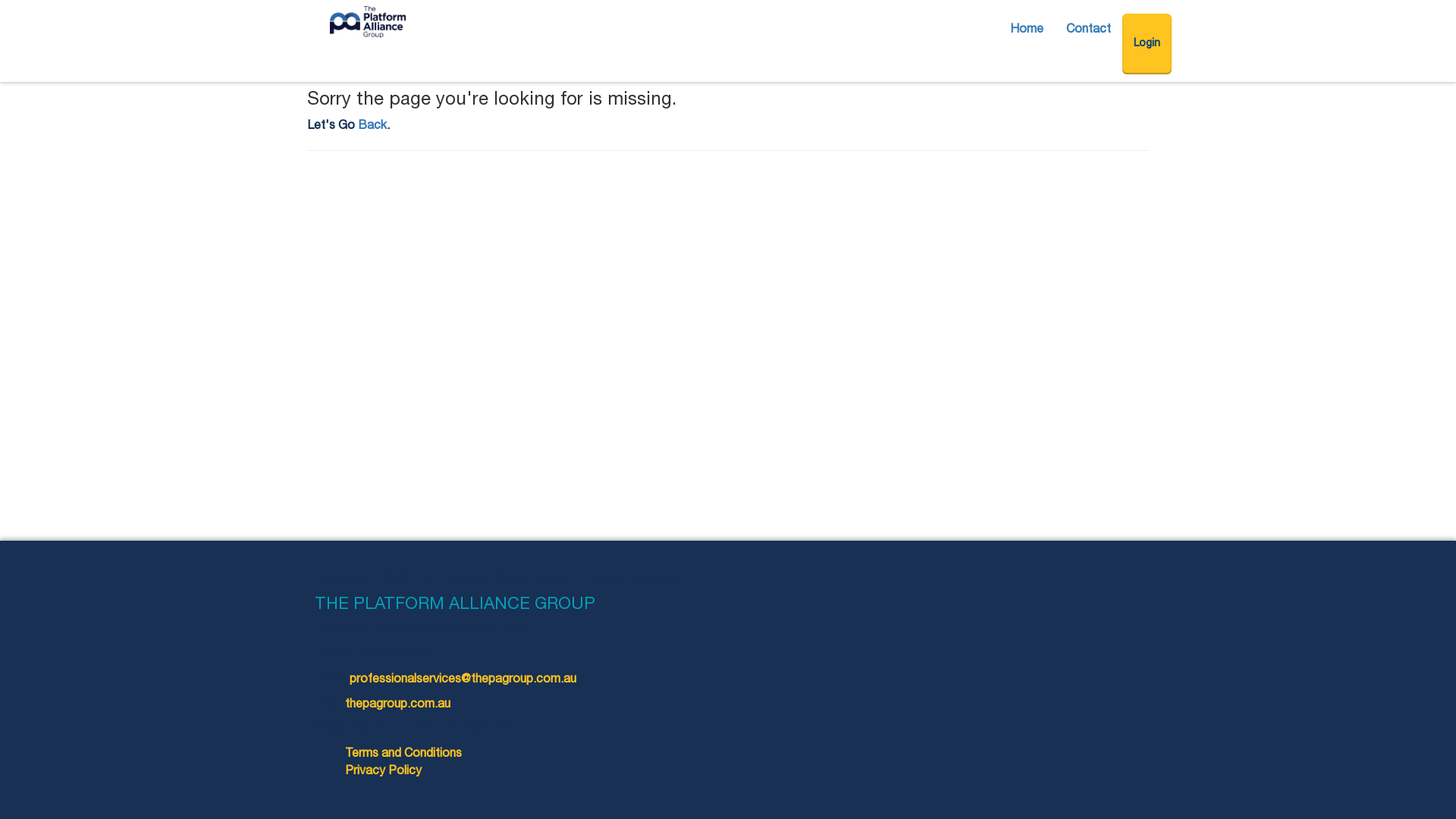 The height and width of the screenshot is (819, 1456). Describe the element at coordinates (1087, 30) in the screenshot. I see `'Contact'` at that location.